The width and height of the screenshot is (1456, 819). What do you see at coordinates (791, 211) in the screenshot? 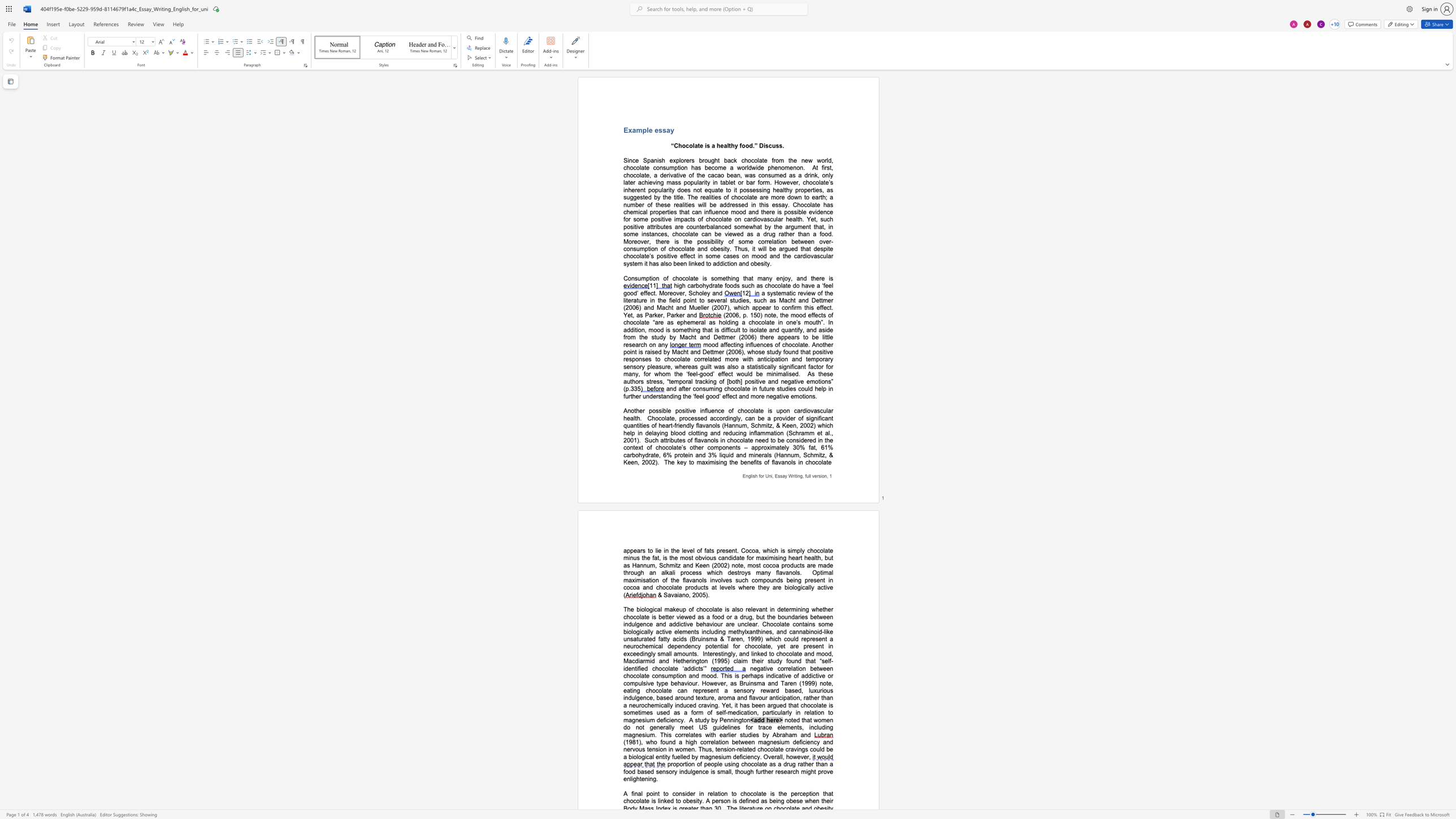
I see `the space between the continuous character "o" and "s" in the text` at bounding box center [791, 211].